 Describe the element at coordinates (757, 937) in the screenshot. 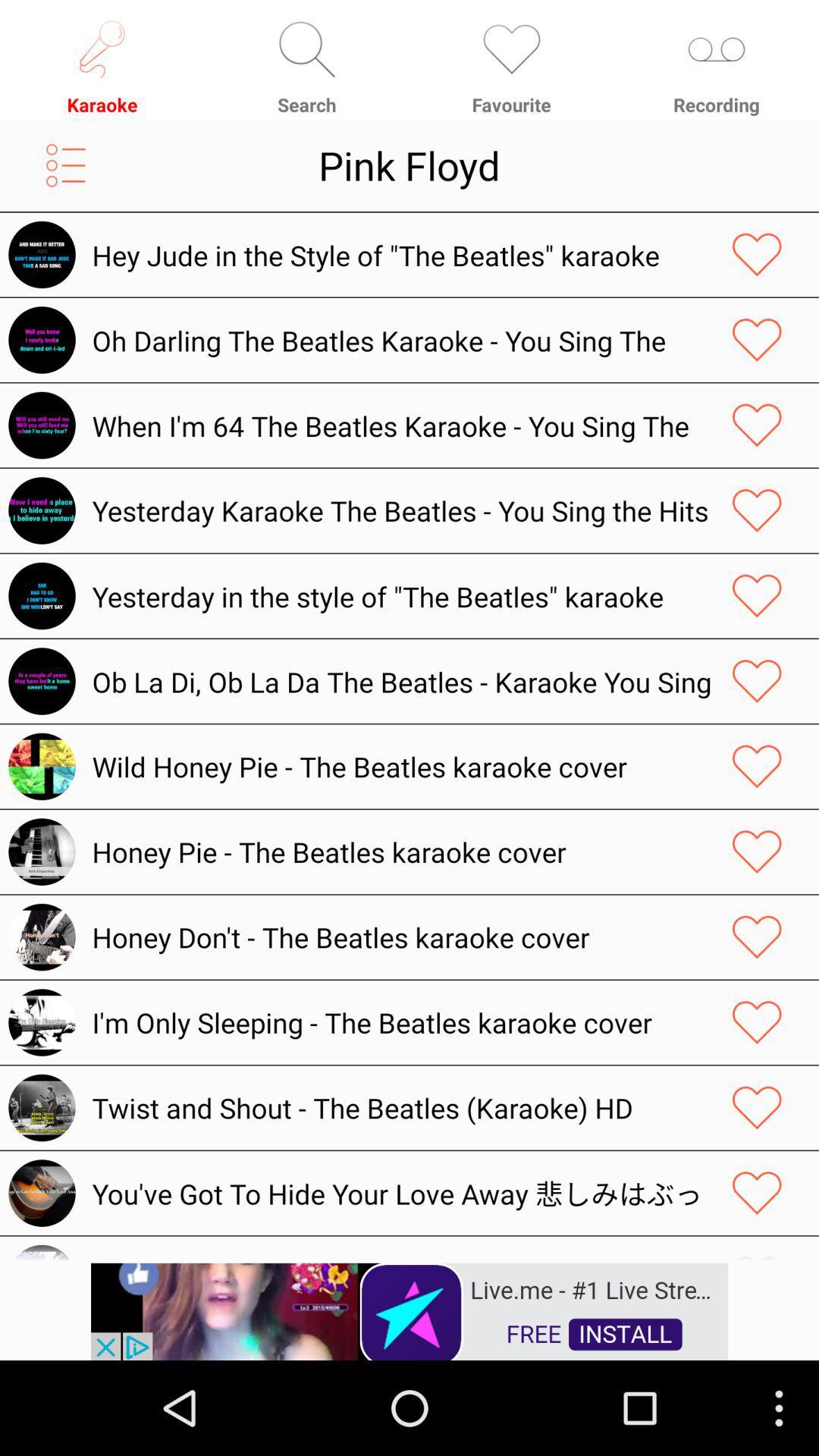

I see `love track` at that location.